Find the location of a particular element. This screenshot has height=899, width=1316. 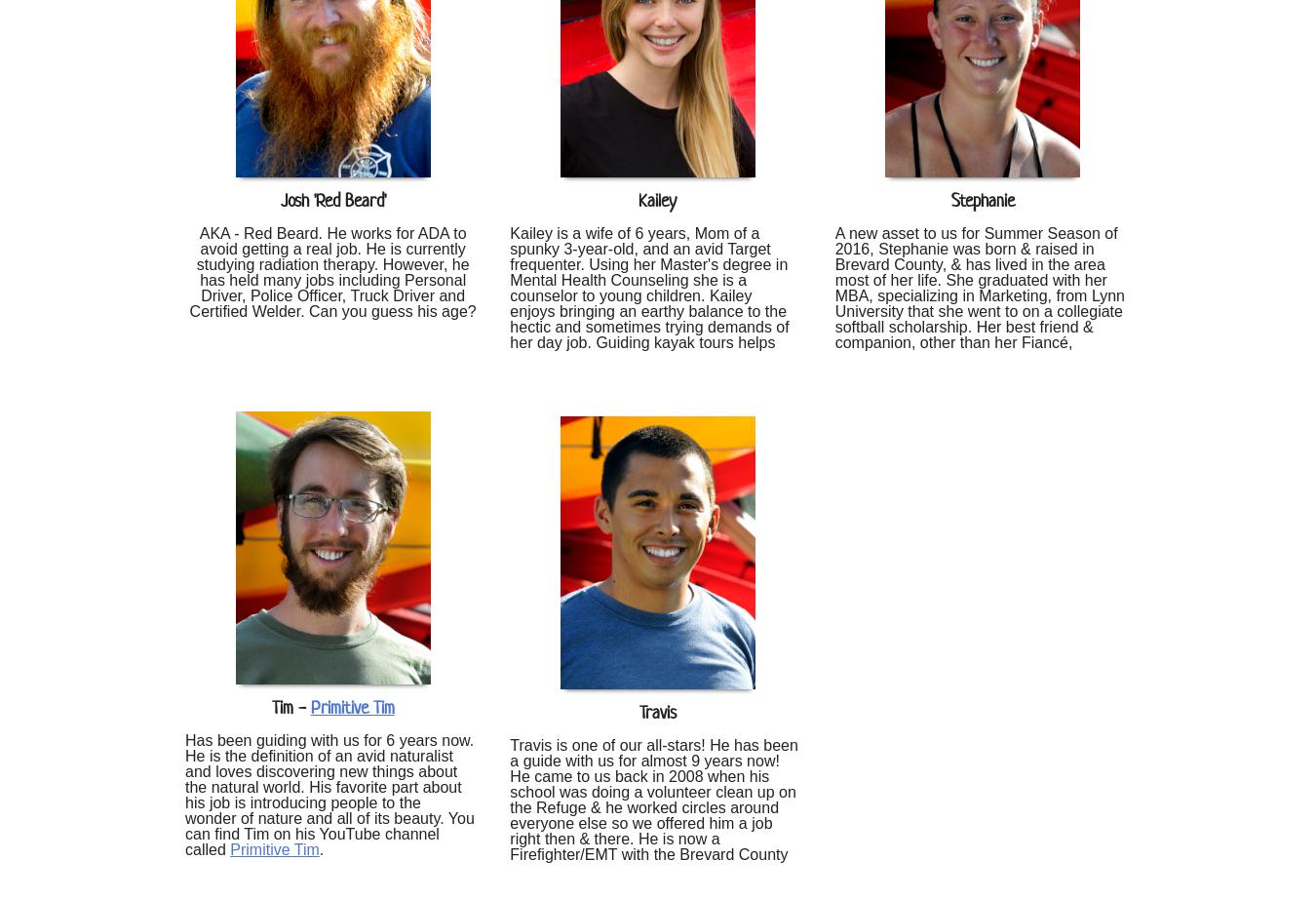

'.' is located at coordinates (320, 847).